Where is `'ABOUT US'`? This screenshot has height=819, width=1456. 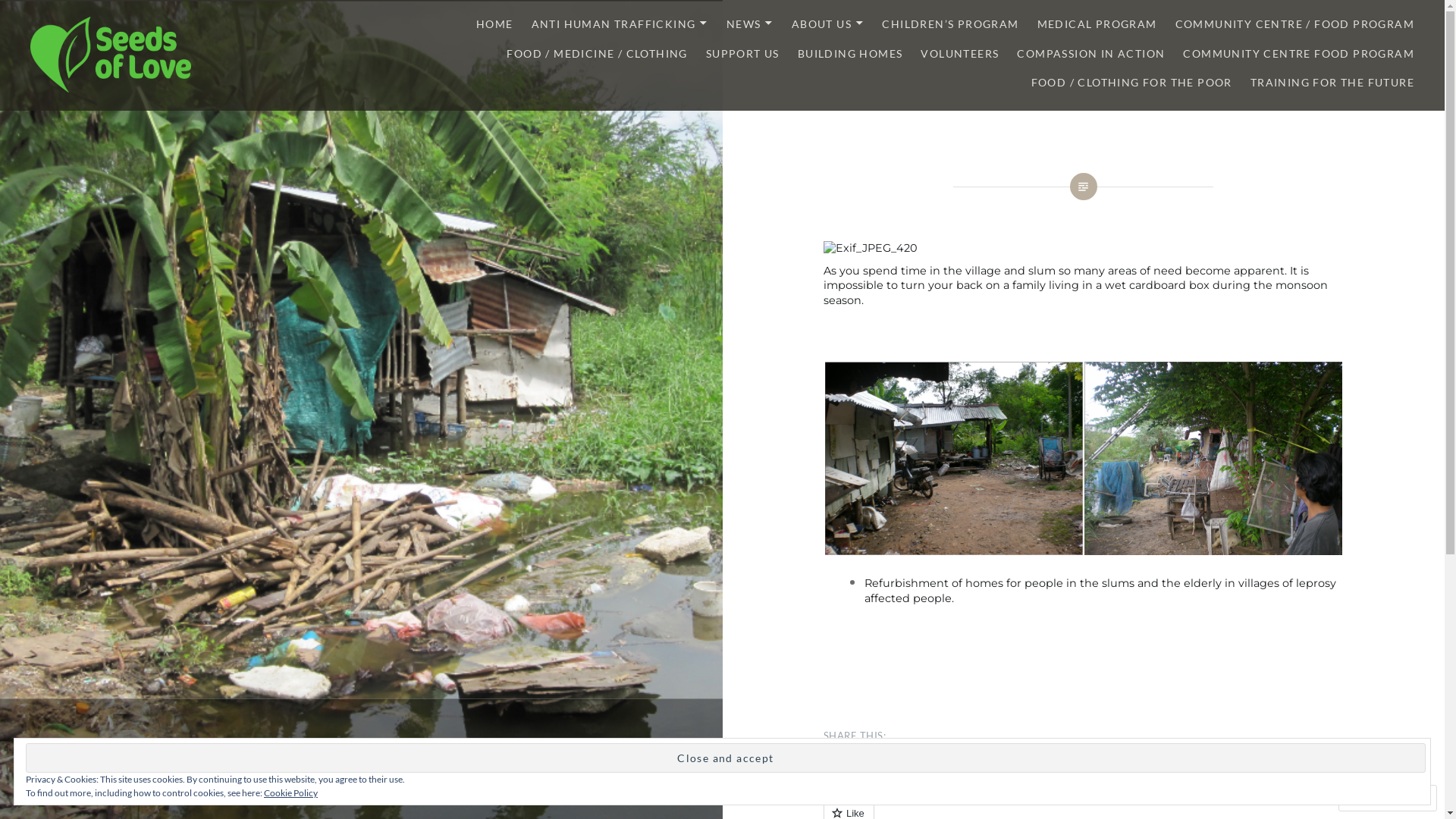
'ABOUT US' is located at coordinates (827, 24).